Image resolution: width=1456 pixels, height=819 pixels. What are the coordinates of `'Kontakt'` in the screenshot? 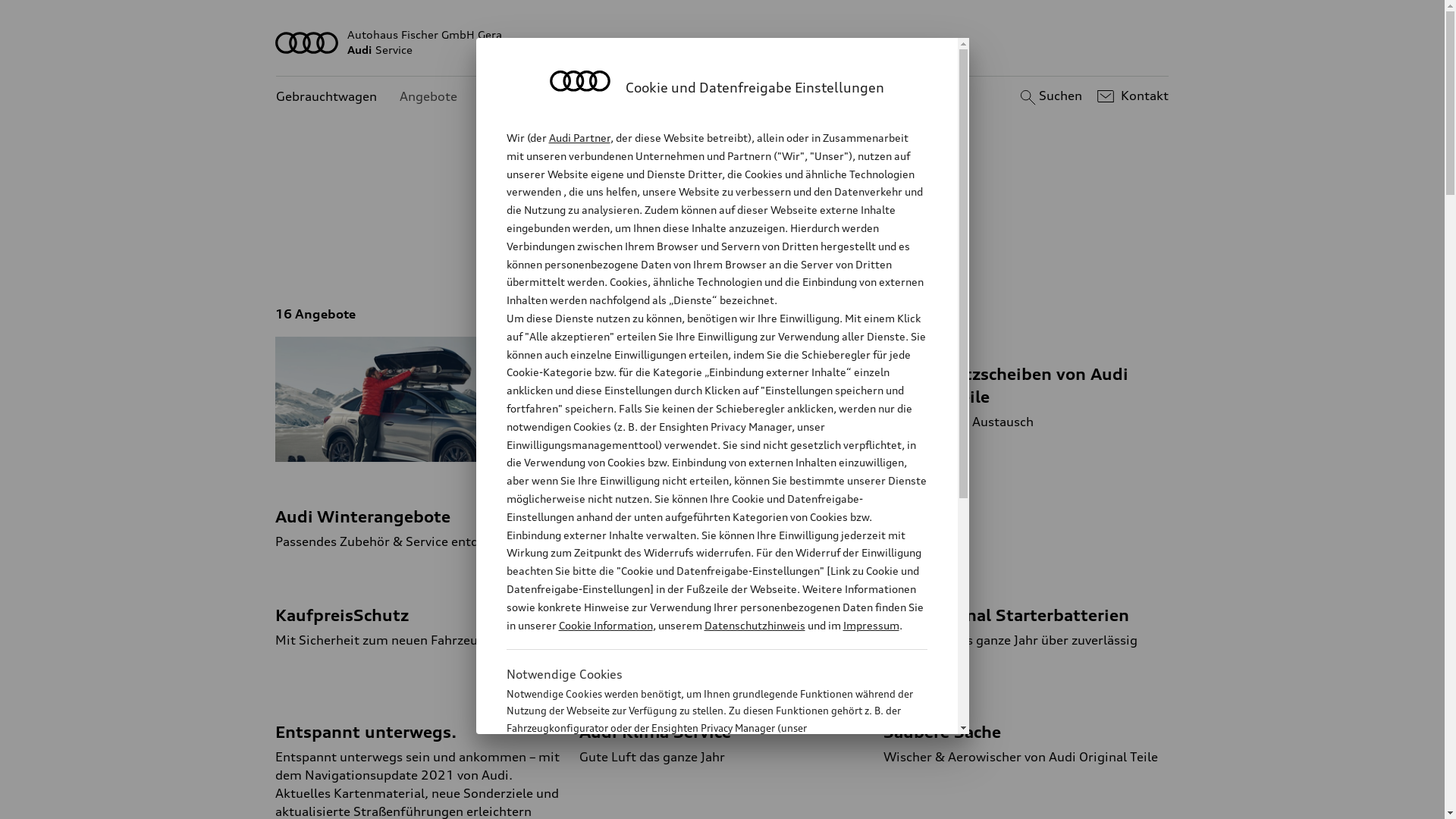 It's located at (1131, 96).